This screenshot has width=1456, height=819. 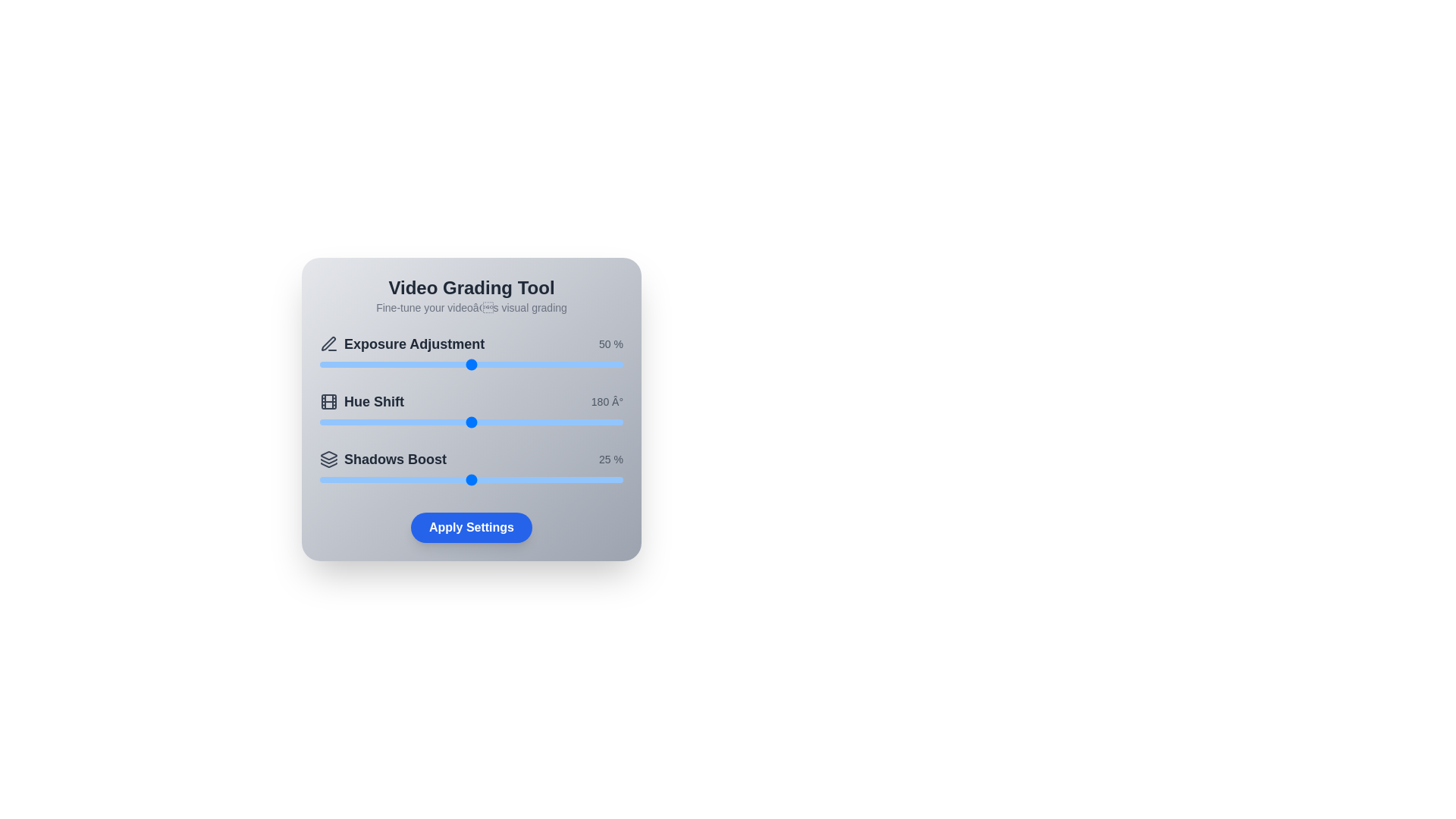 What do you see at coordinates (471, 307) in the screenshot?
I see `the Text Label that reads 'Fine-tune your video’s visual grading', which is located below the 'Video Grading Tool' header` at bounding box center [471, 307].